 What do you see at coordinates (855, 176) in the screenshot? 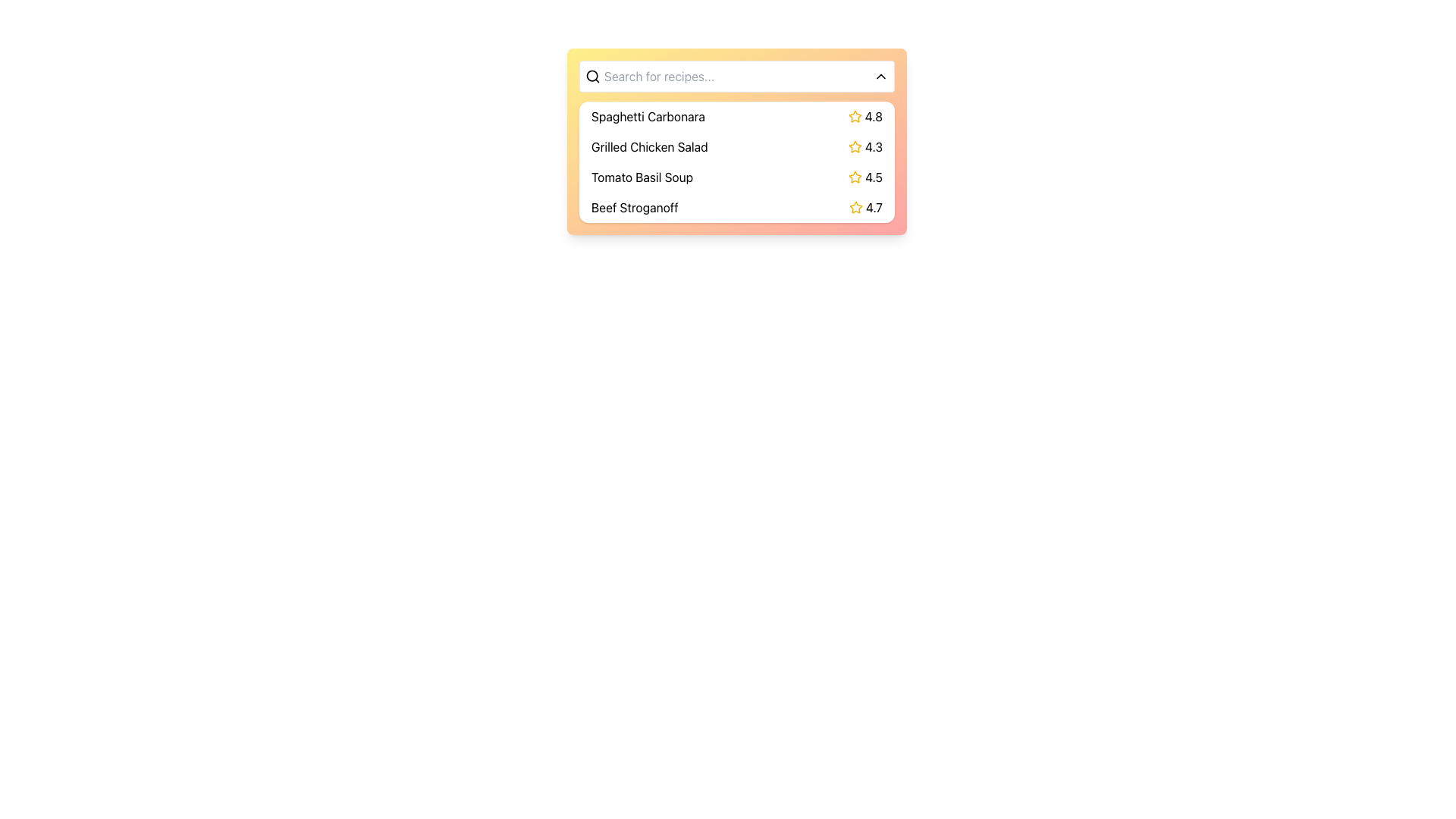
I see `the yellow star icon representing the rating for 'Tomato Basil Soup' which is located beside the text '4.5'` at bounding box center [855, 176].